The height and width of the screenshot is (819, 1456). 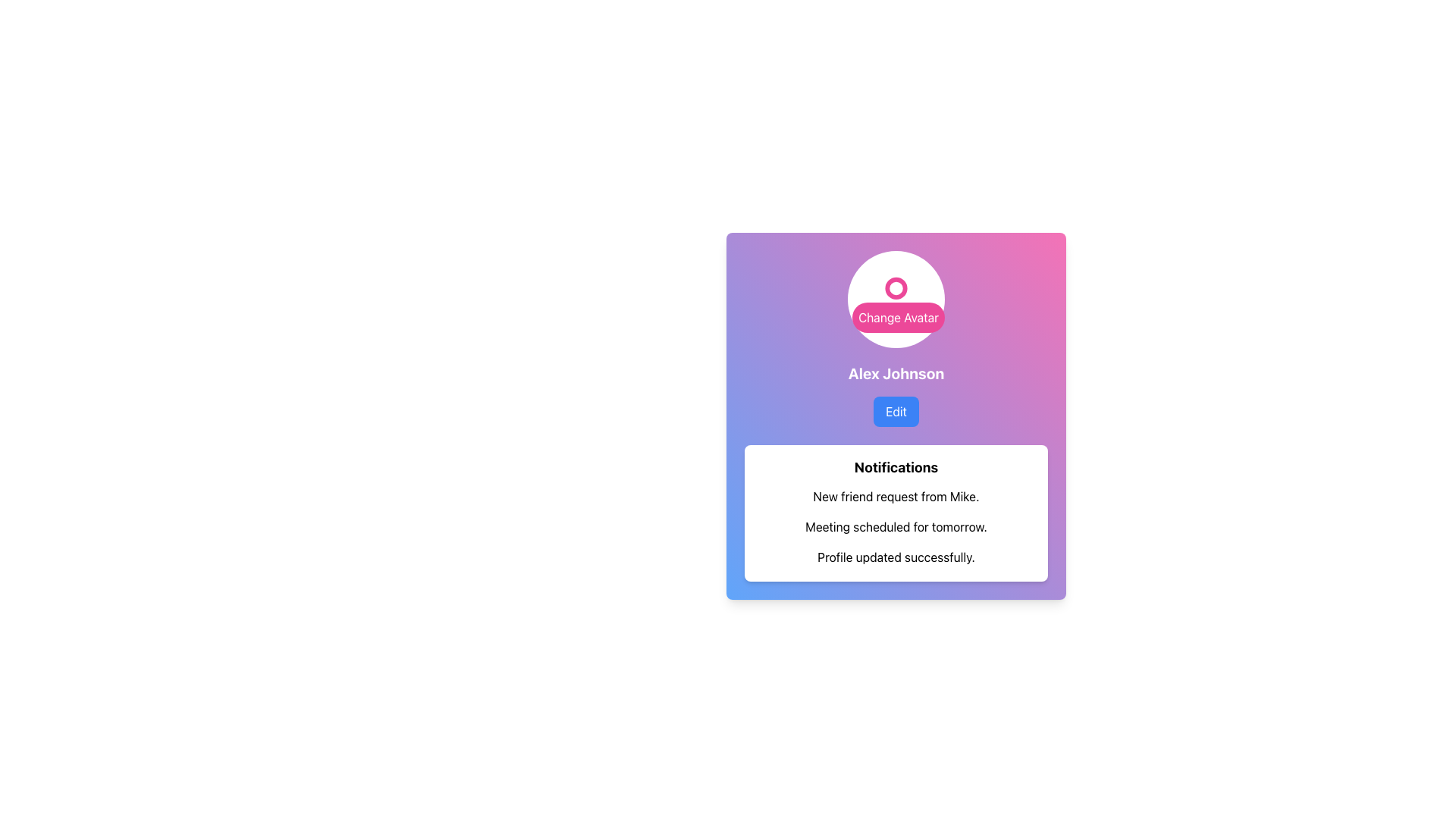 I want to click on the circular icon representing a user or avatar, styled in pink, located at the top-center of the card layout above the 'Change Avatar' text, so click(x=896, y=299).